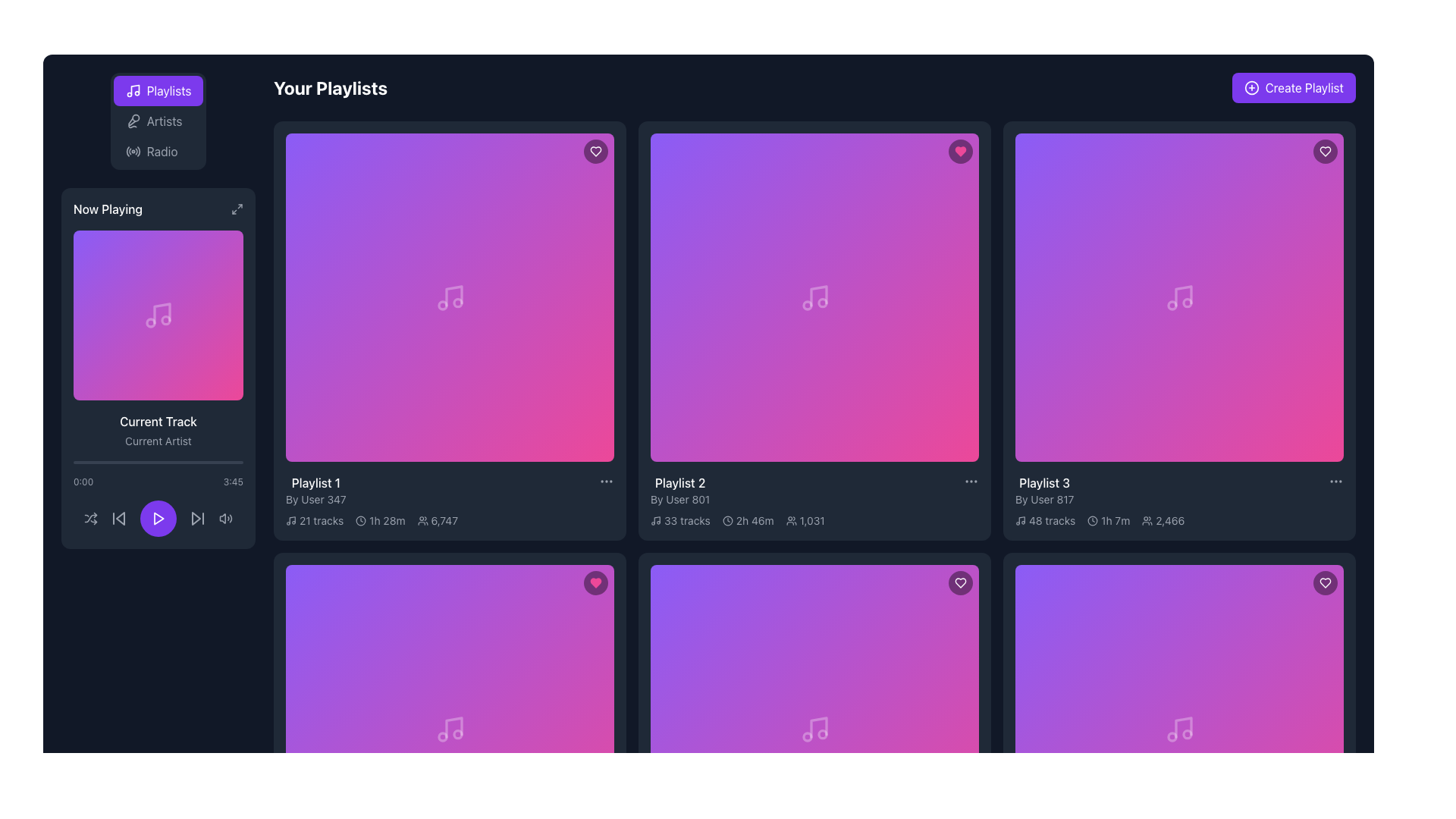 Image resolution: width=1456 pixels, height=819 pixels. What do you see at coordinates (1043, 491) in the screenshot?
I see `the text label displaying 'Playlist 3' and 'By User 817', located in the description section of the third playlist card in the top-right corner of the playlist grid` at bounding box center [1043, 491].